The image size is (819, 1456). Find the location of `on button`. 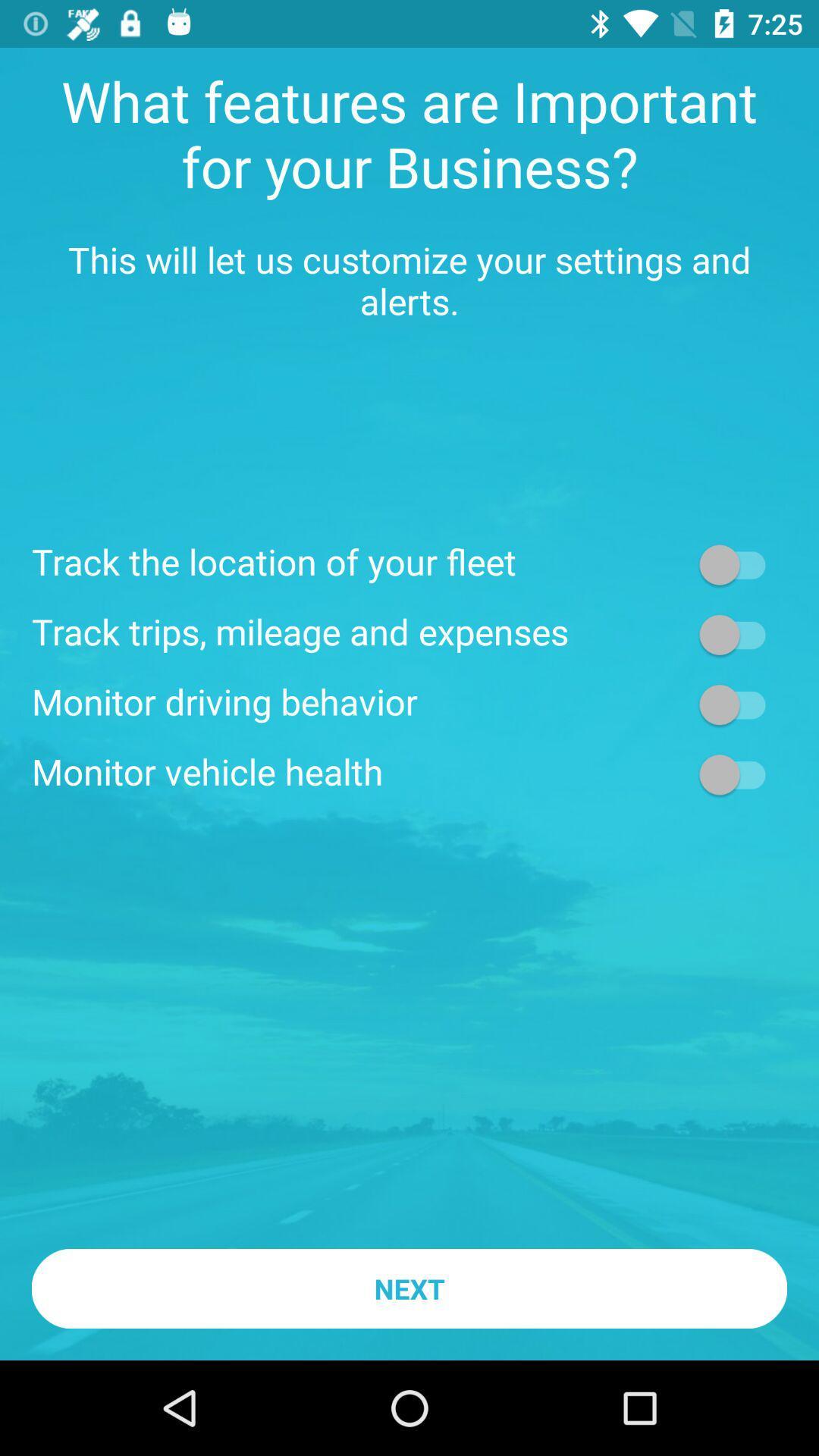

on button is located at coordinates (739, 634).